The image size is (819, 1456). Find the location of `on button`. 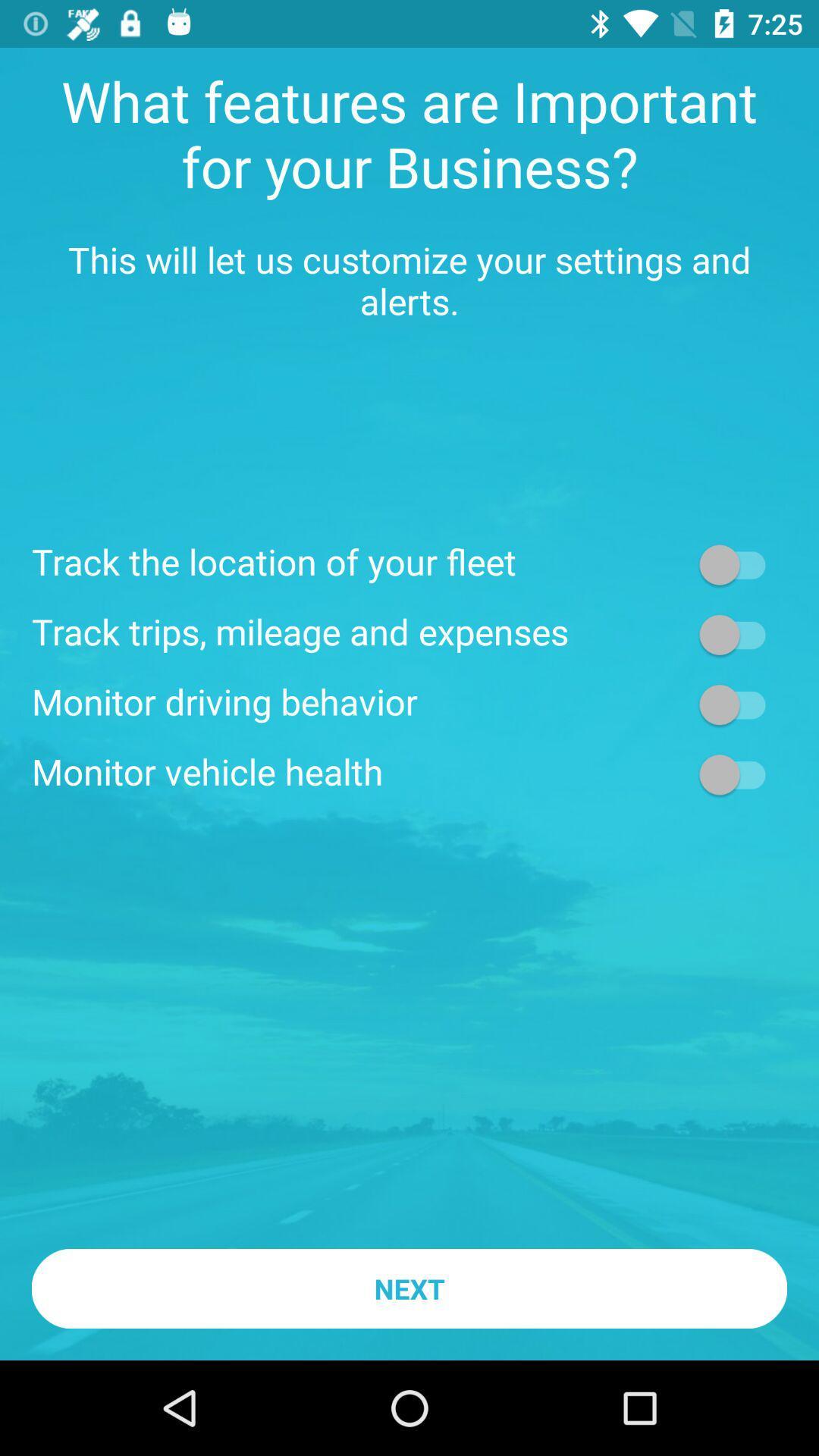

on button is located at coordinates (739, 634).